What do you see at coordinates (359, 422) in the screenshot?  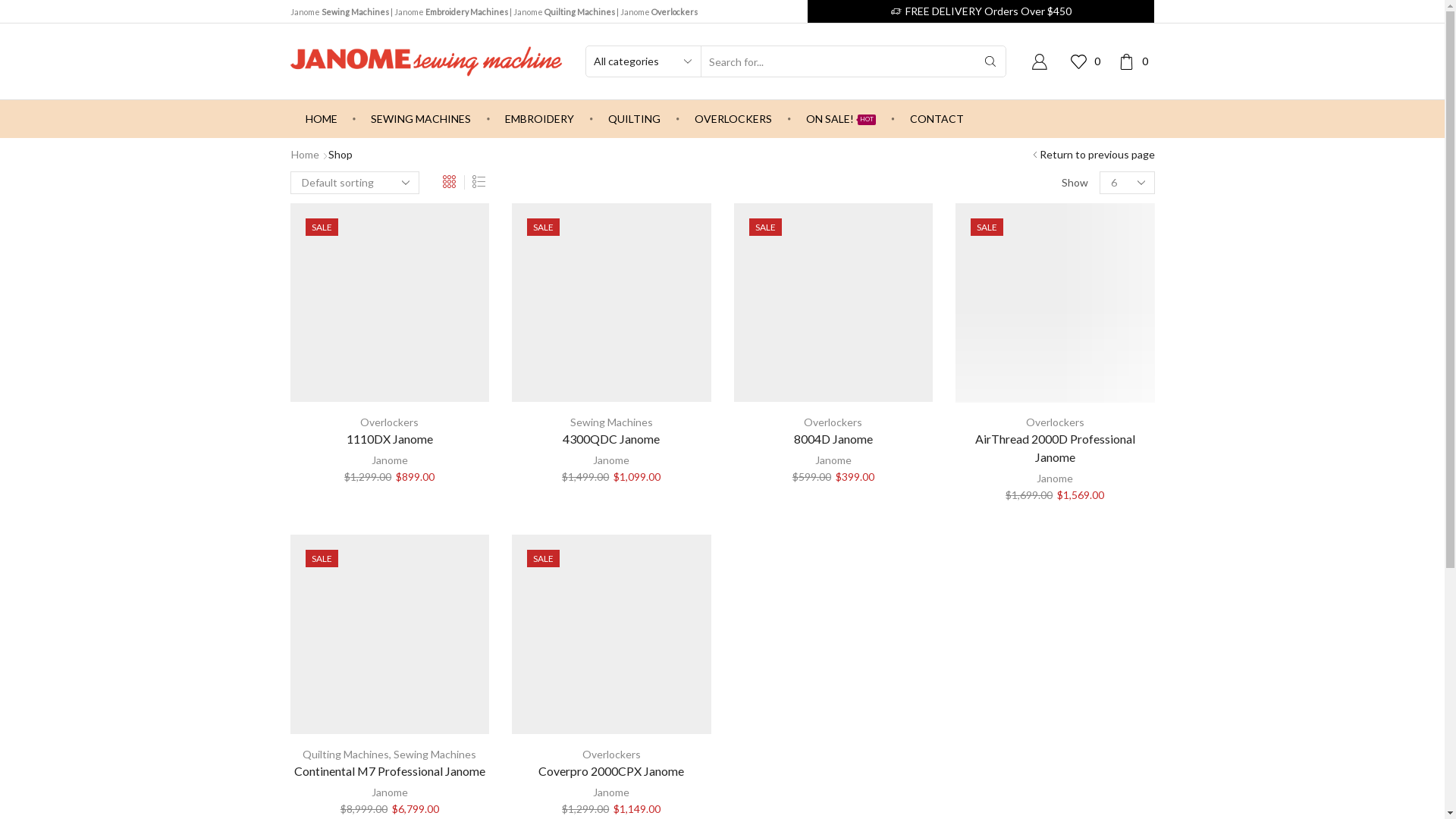 I see `'Overlockers'` at bounding box center [359, 422].